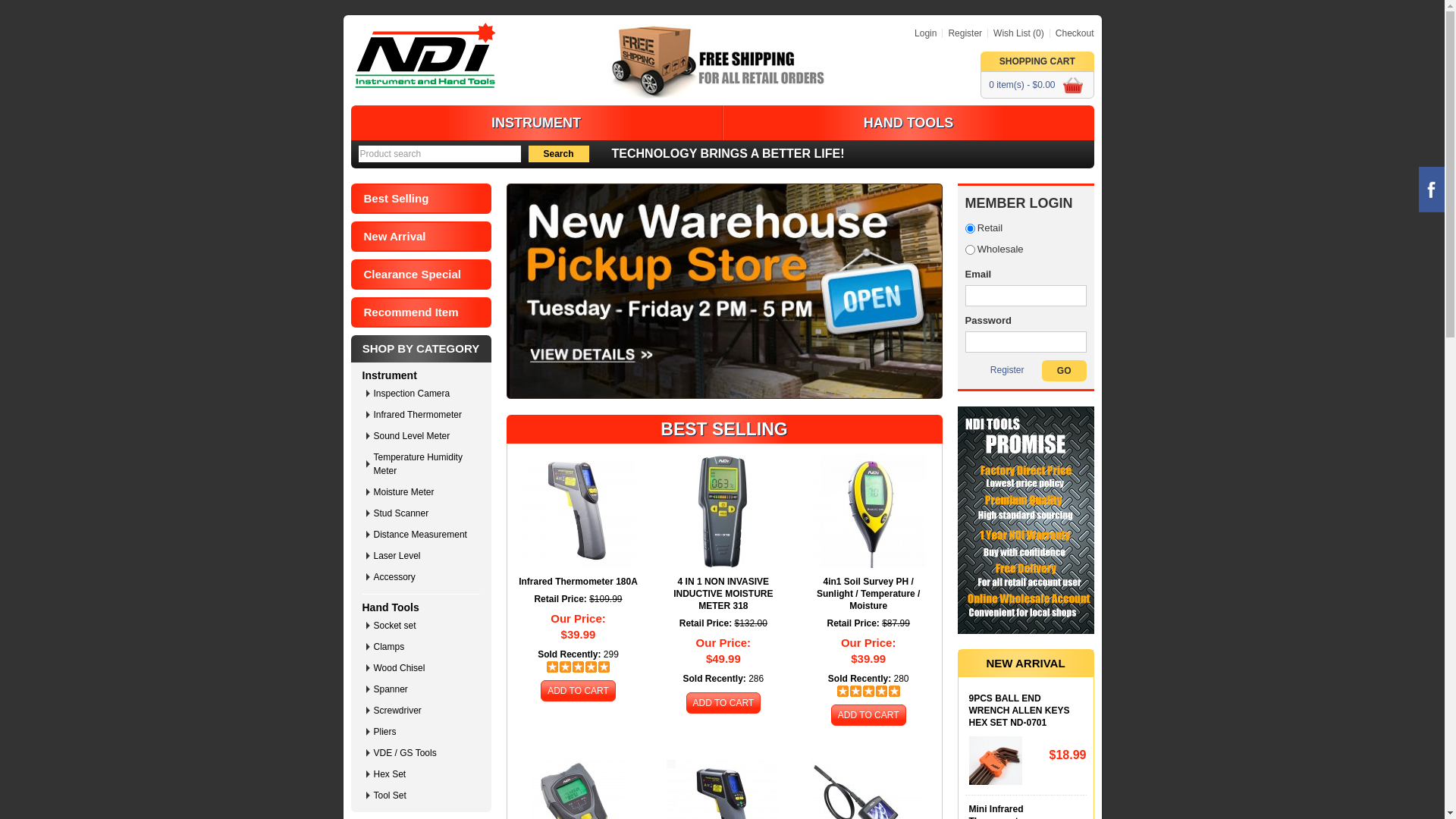 The image size is (1456, 819). Describe the element at coordinates (1036, 84) in the screenshot. I see `'0 item(s) - $0.00'` at that location.